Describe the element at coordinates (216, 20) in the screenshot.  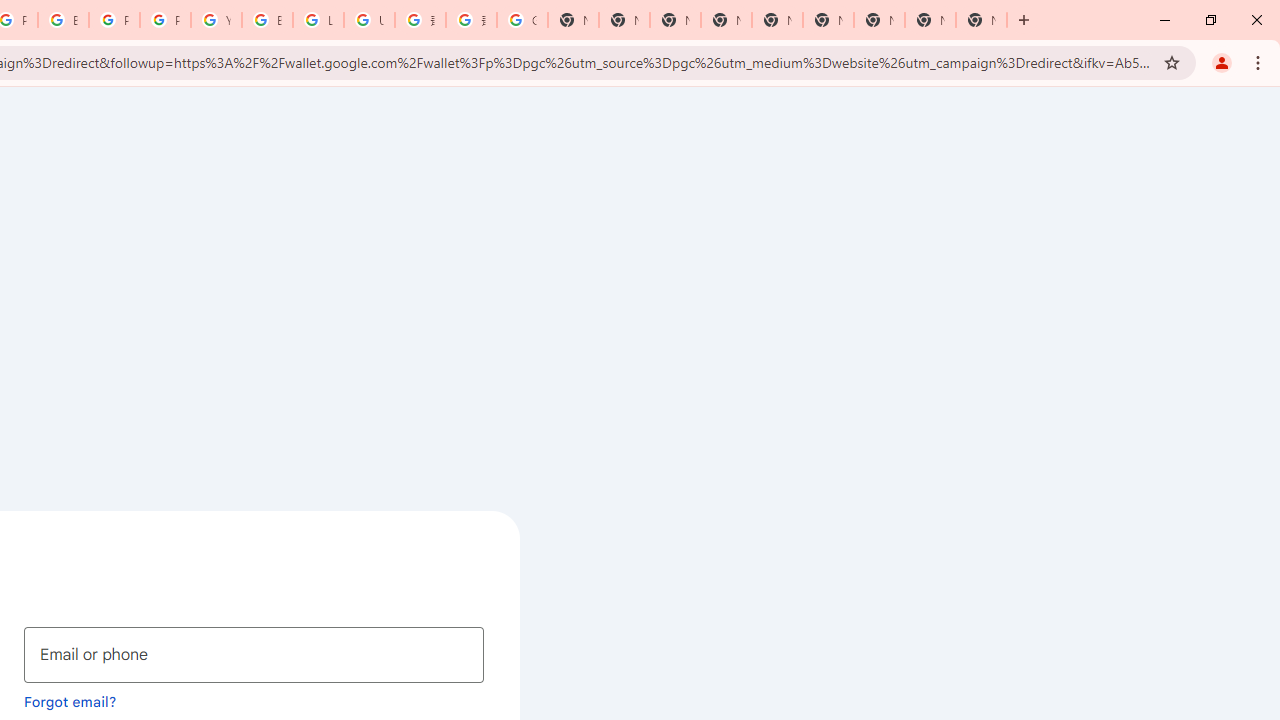
I see `'YouTube'` at that location.